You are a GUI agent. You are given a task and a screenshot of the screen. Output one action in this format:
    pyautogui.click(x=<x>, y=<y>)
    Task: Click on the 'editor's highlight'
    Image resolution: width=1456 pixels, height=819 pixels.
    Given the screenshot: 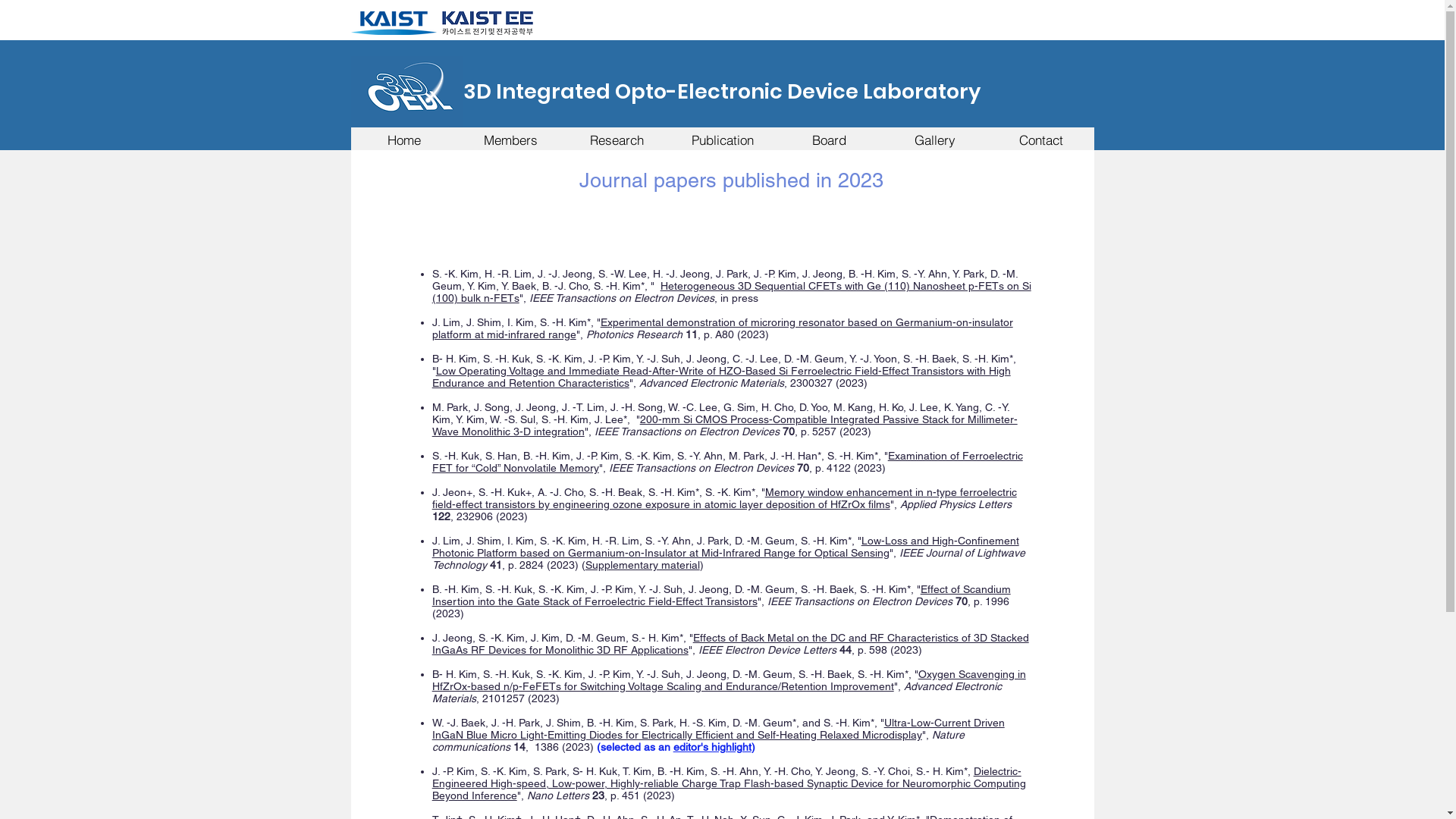 What is the action you would take?
    pyautogui.click(x=711, y=745)
    